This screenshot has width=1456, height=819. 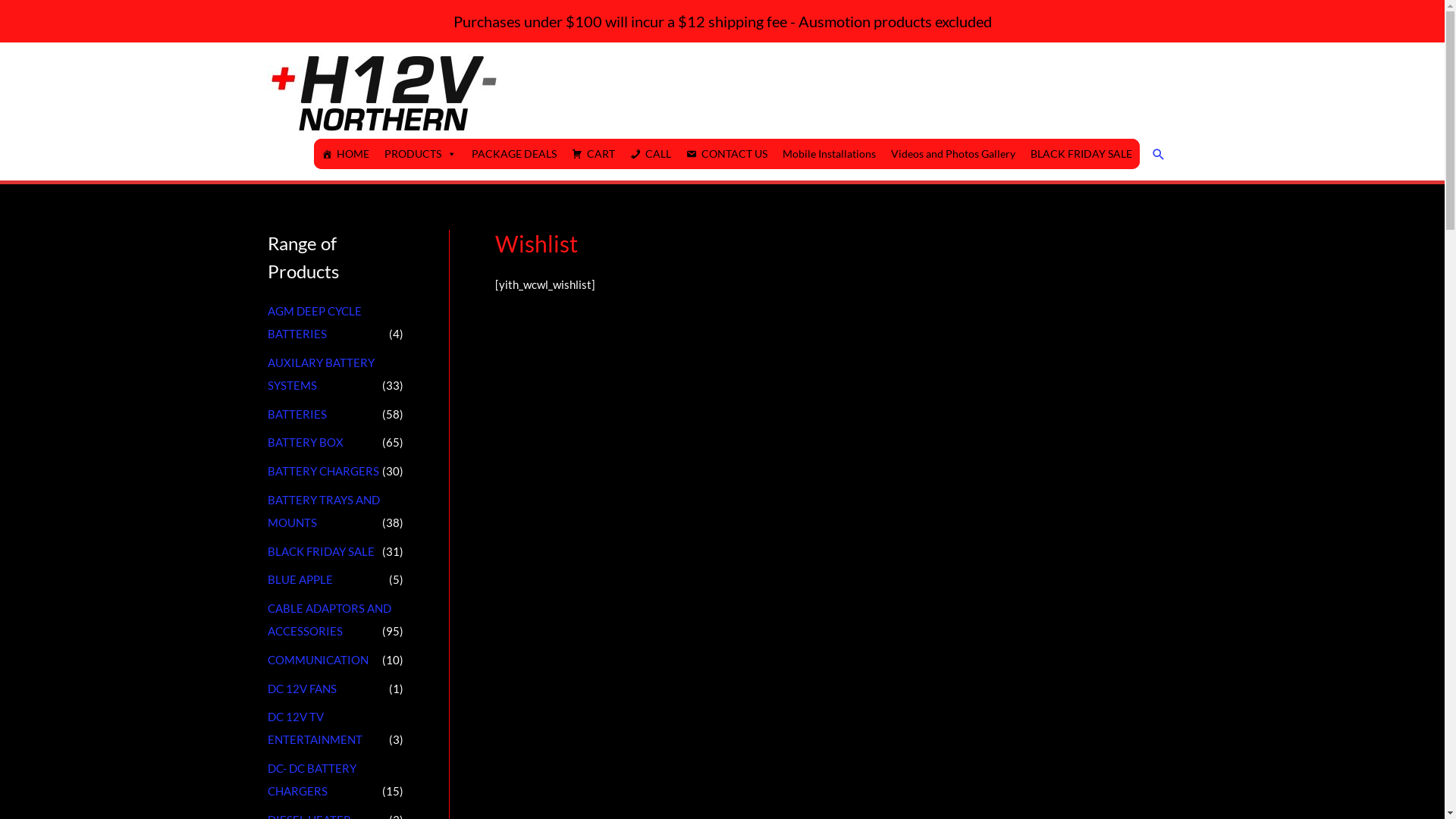 I want to click on 'PACKAGE DEALS', so click(x=513, y=154).